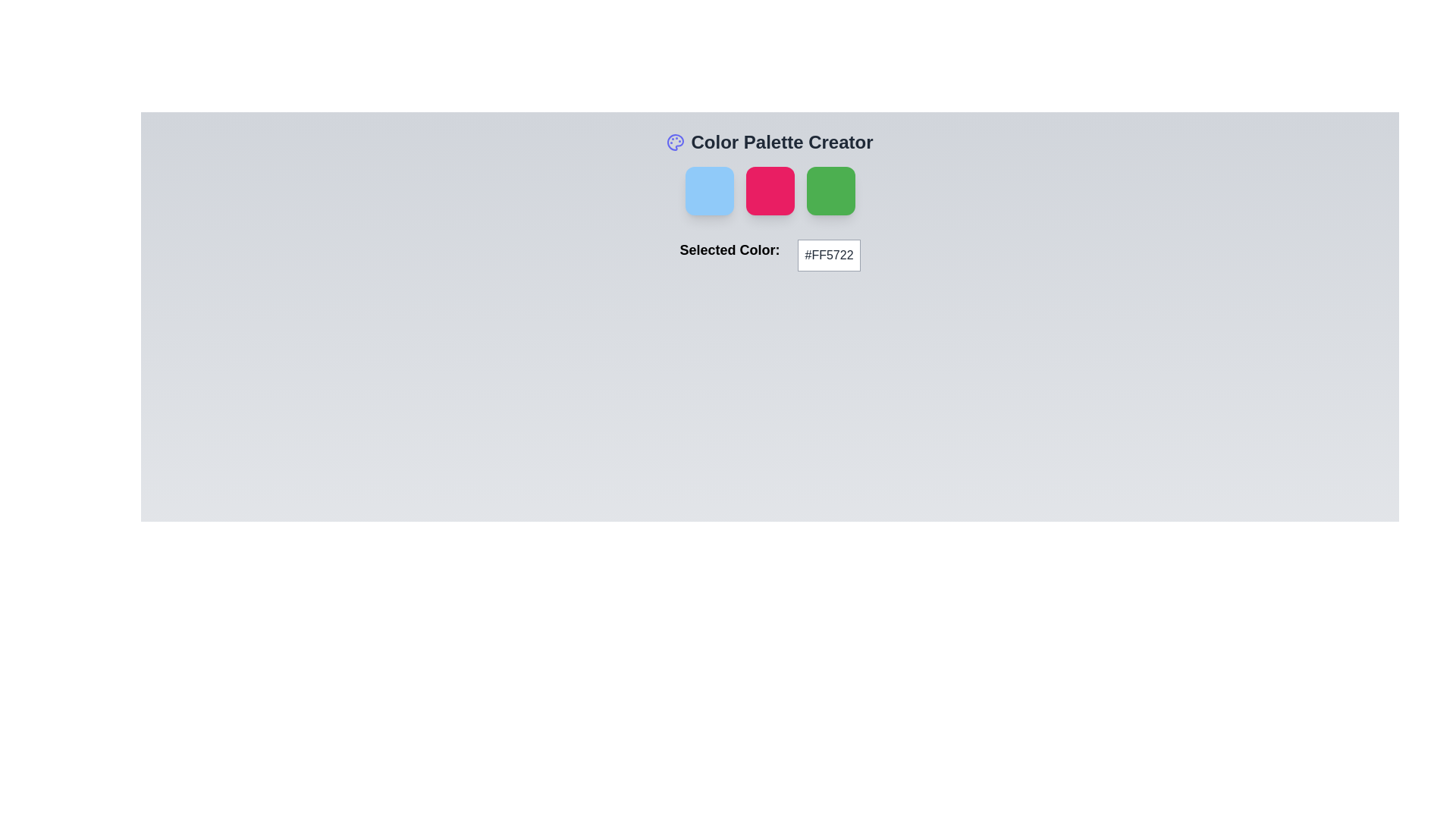  Describe the element at coordinates (782, 143) in the screenshot. I see `the bold textual heading 'Color Palette Creator' which is prominently positioned near the top center of the interface, to the right of a palette icon` at that location.